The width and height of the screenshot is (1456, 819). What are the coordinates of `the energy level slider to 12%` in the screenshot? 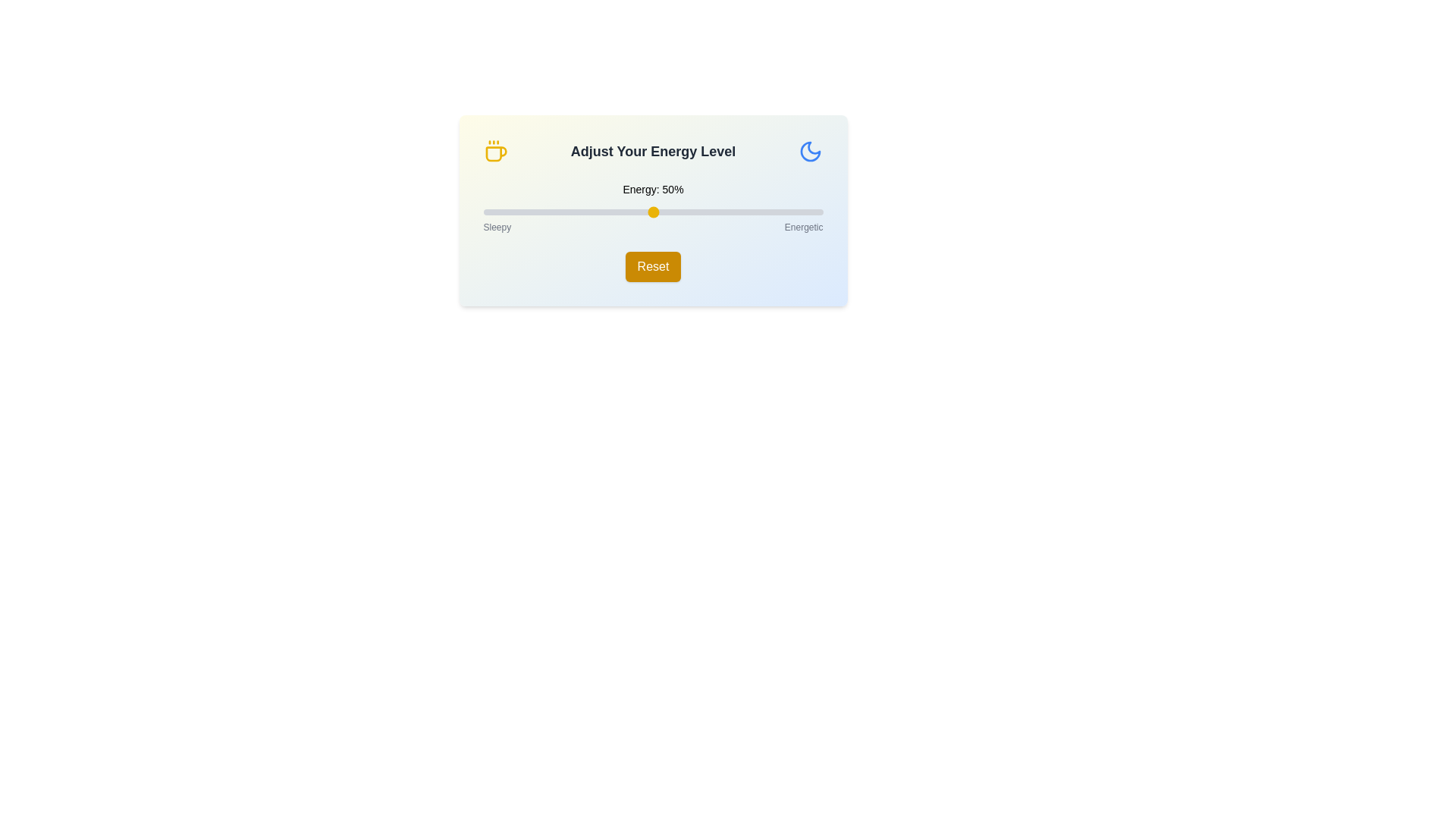 It's located at (524, 212).